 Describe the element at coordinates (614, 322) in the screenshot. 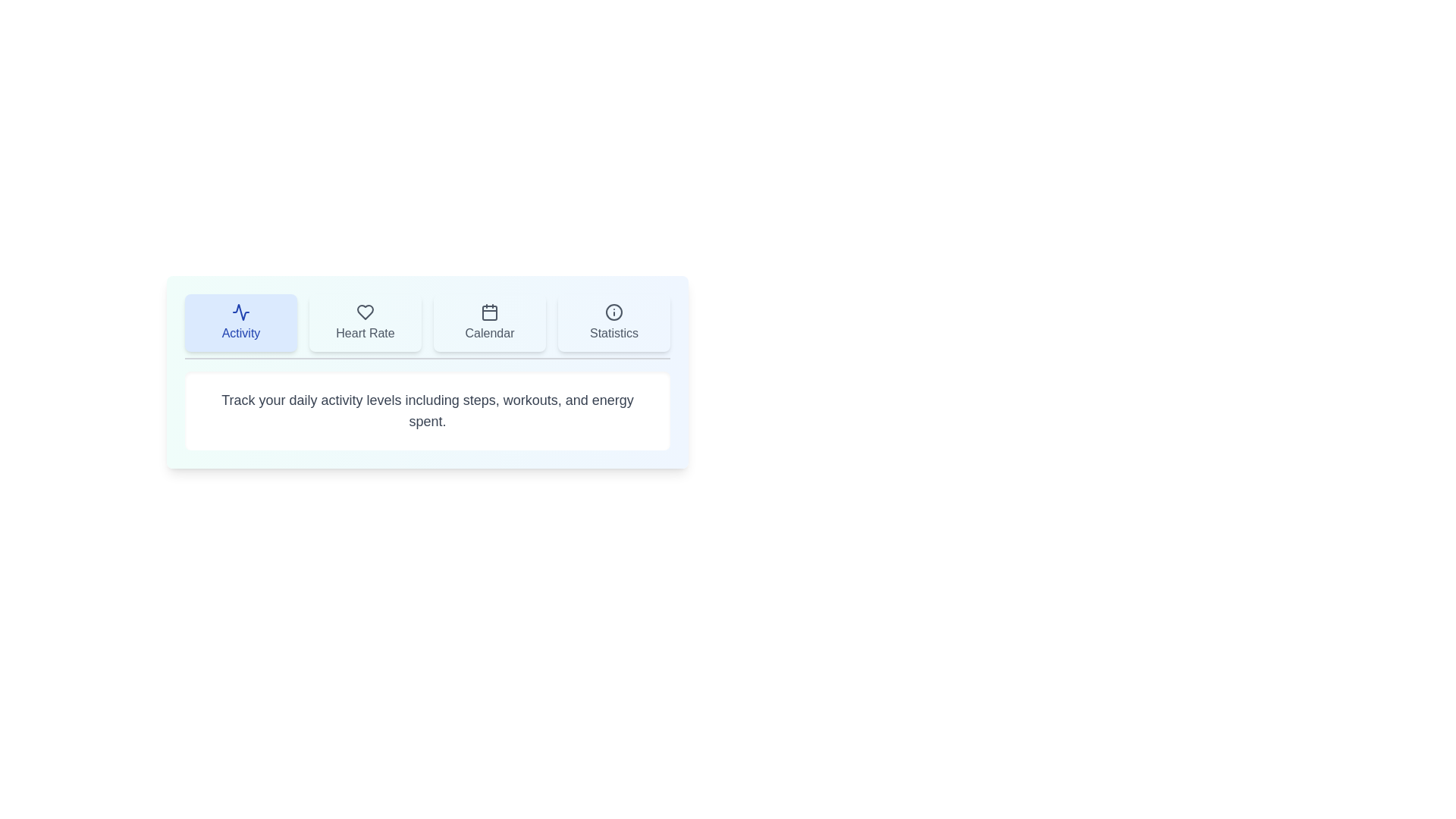

I see `the Statistics tab by clicking on its button` at that location.